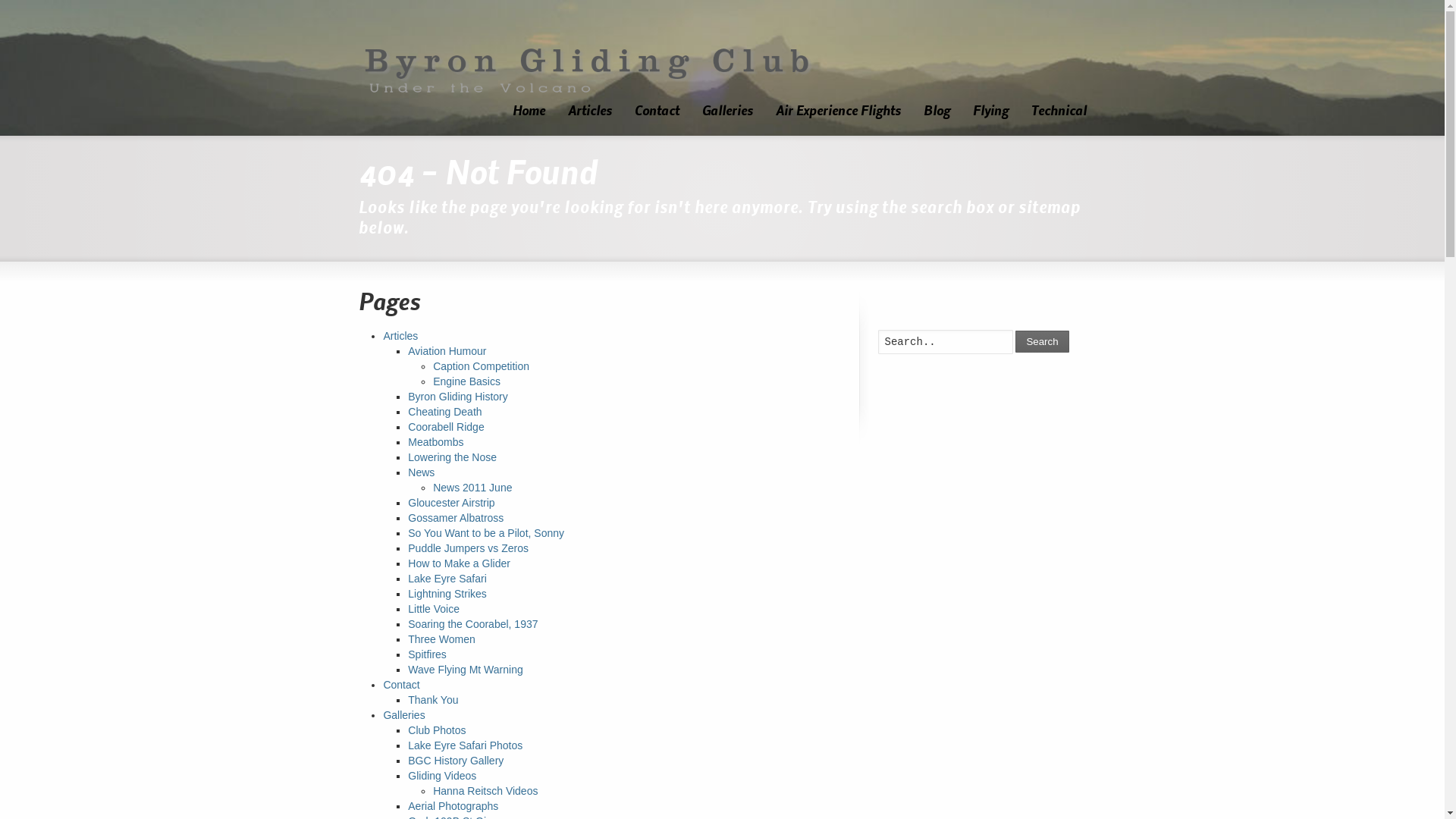 The image size is (1456, 819). What do you see at coordinates (421, 472) in the screenshot?
I see `'News'` at bounding box center [421, 472].